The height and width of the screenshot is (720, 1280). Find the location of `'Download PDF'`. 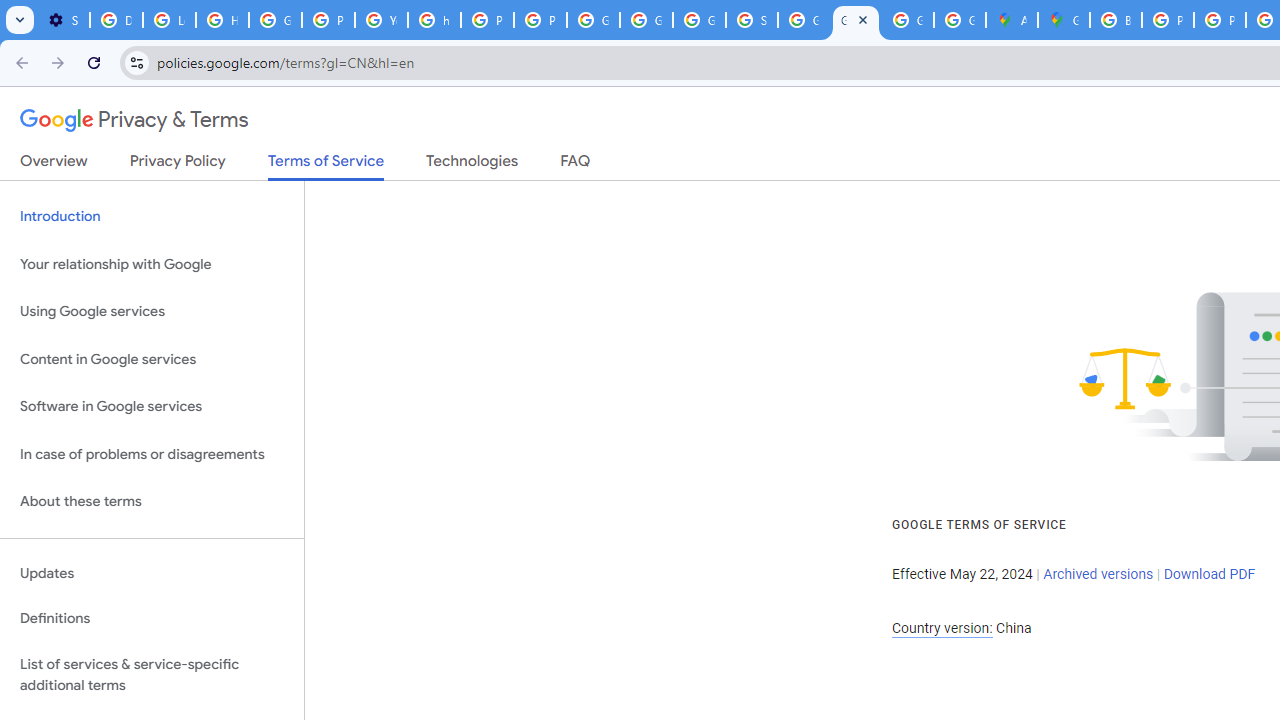

'Download PDF' is located at coordinates (1208, 574).